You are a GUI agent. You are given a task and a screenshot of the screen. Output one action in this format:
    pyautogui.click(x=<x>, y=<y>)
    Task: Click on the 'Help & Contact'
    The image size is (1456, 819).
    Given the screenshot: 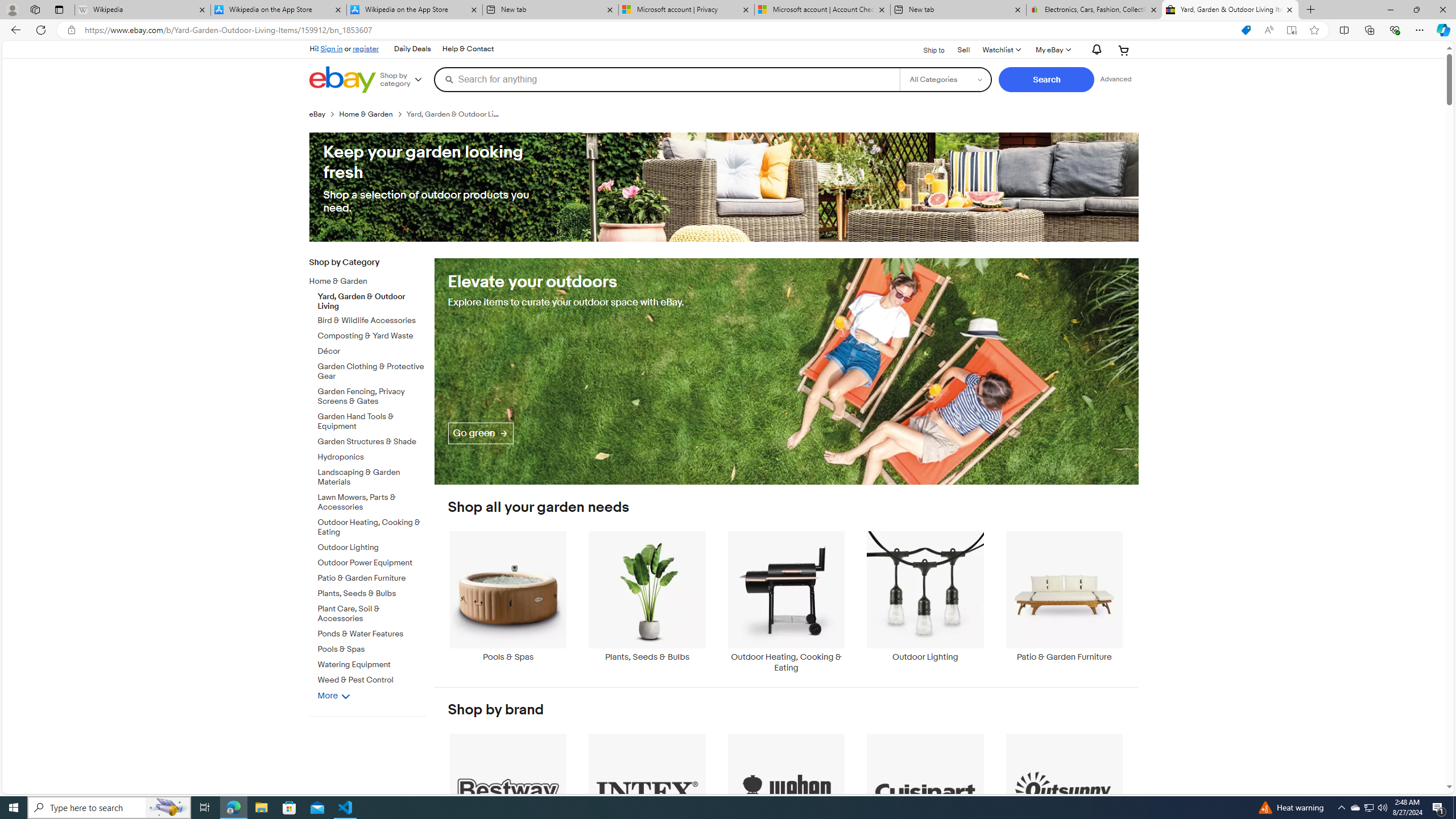 What is the action you would take?
    pyautogui.click(x=468, y=49)
    